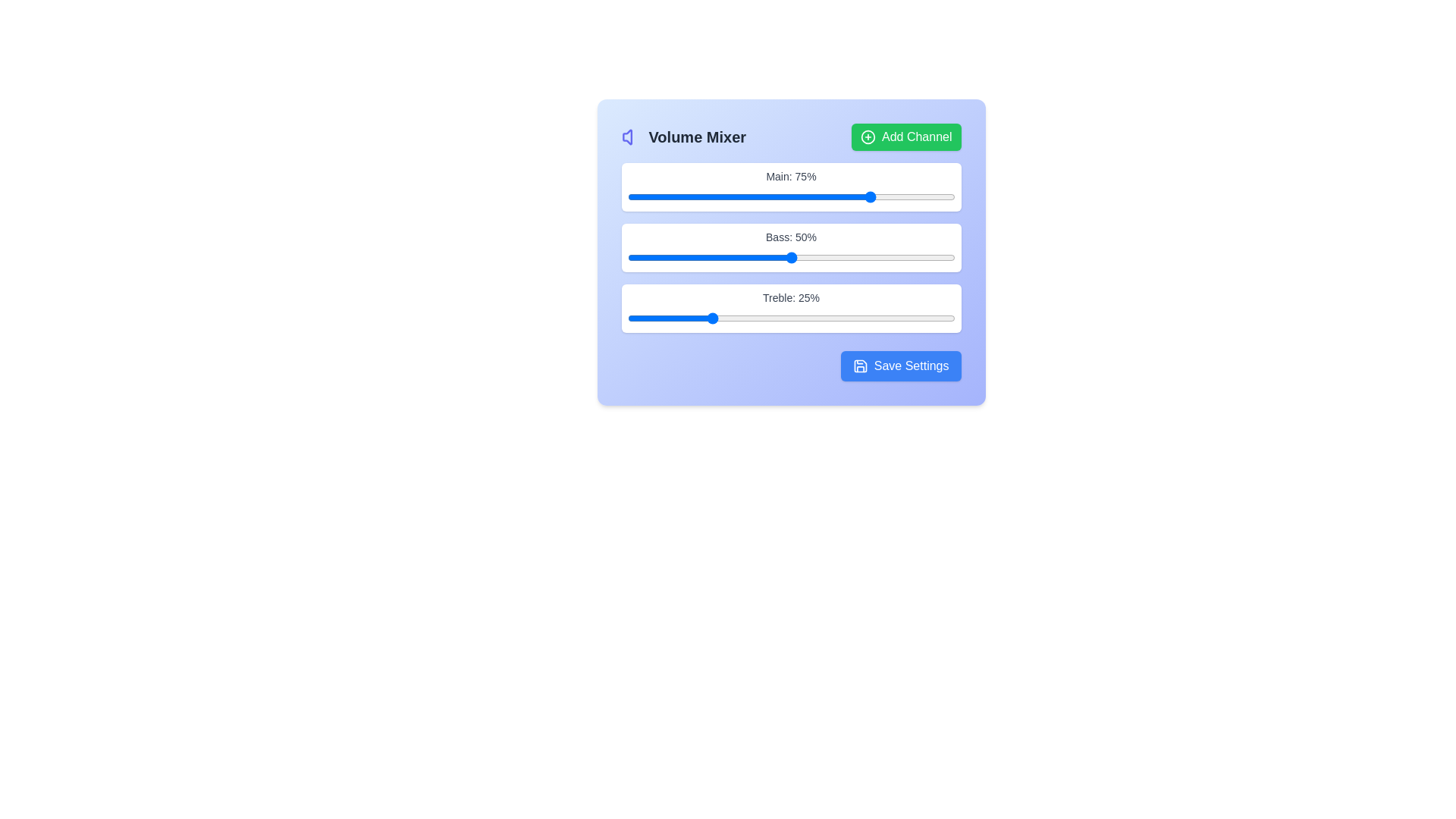  What do you see at coordinates (778, 196) in the screenshot?
I see `the main volume` at bounding box center [778, 196].